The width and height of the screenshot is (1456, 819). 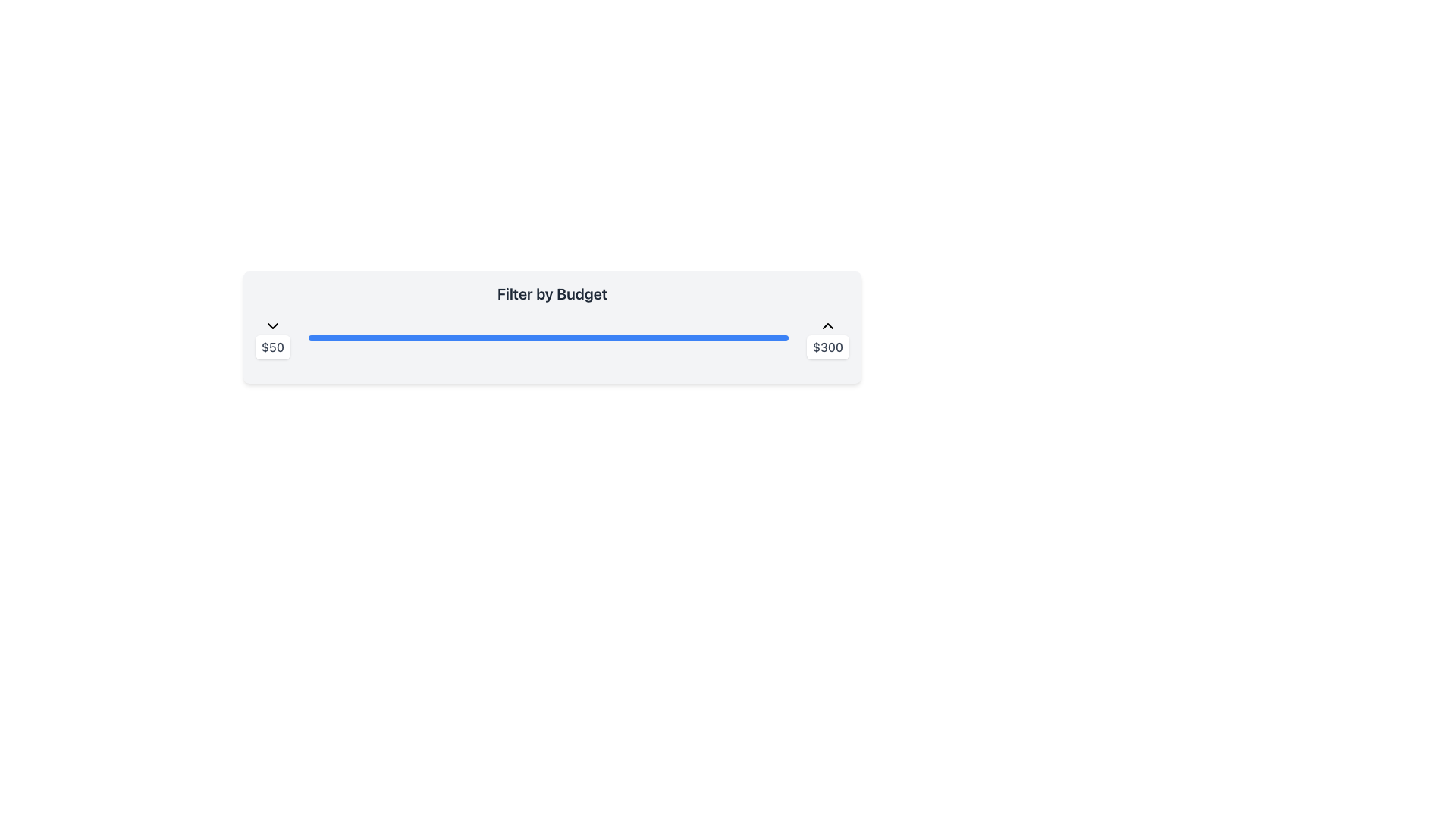 What do you see at coordinates (827, 347) in the screenshot?
I see `the static text display that shows the upper limit value of '$300' for the budget range slider, located at the top right of the budget filtering component` at bounding box center [827, 347].